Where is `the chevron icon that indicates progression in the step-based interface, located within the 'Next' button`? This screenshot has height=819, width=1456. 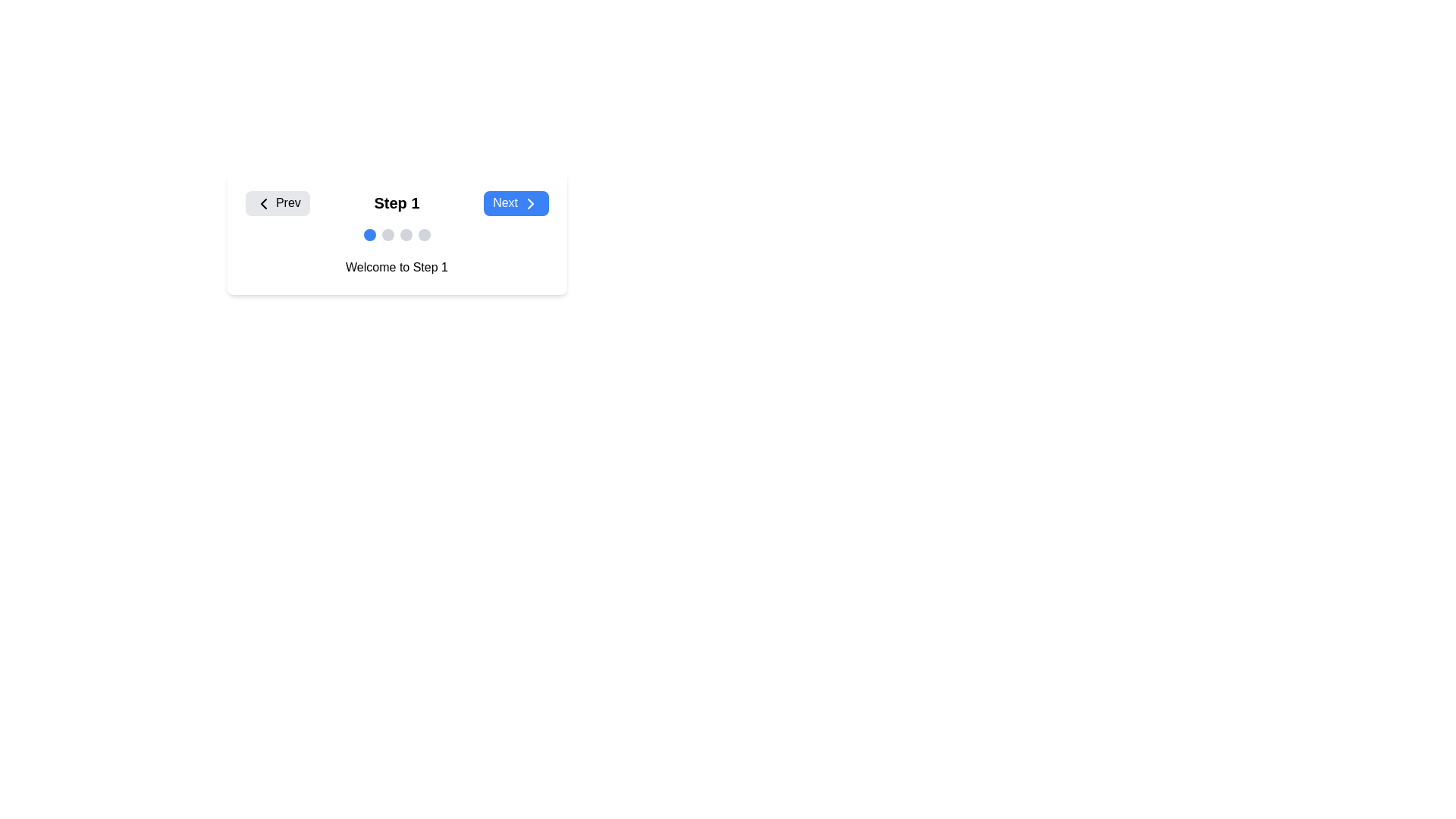 the chevron icon that indicates progression in the step-based interface, located within the 'Next' button is located at coordinates (530, 202).